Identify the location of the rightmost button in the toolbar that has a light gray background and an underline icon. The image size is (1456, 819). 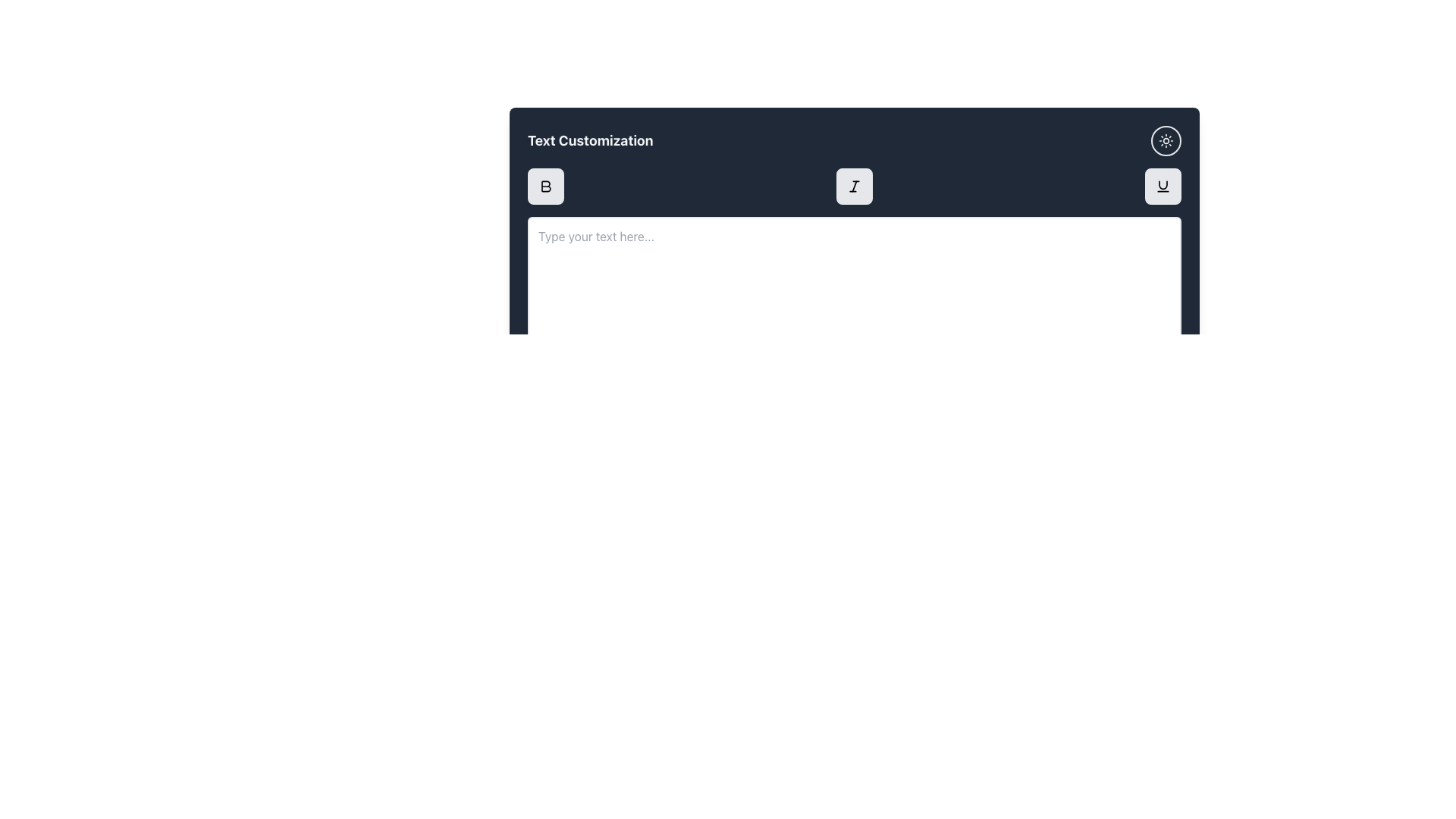
(1163, 186).